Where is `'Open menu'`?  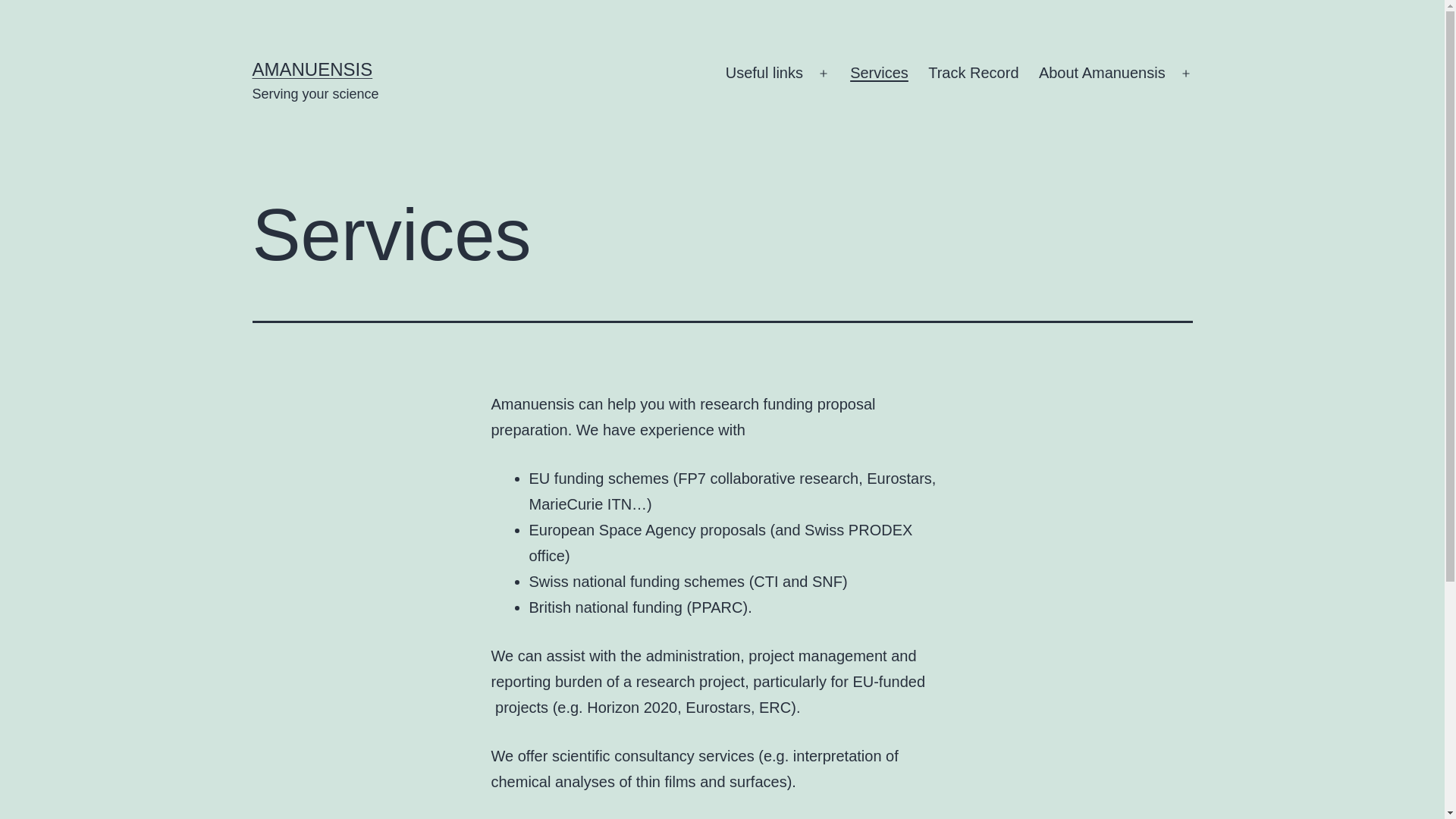 'Open menu' is located at coordinates (1185, 73).